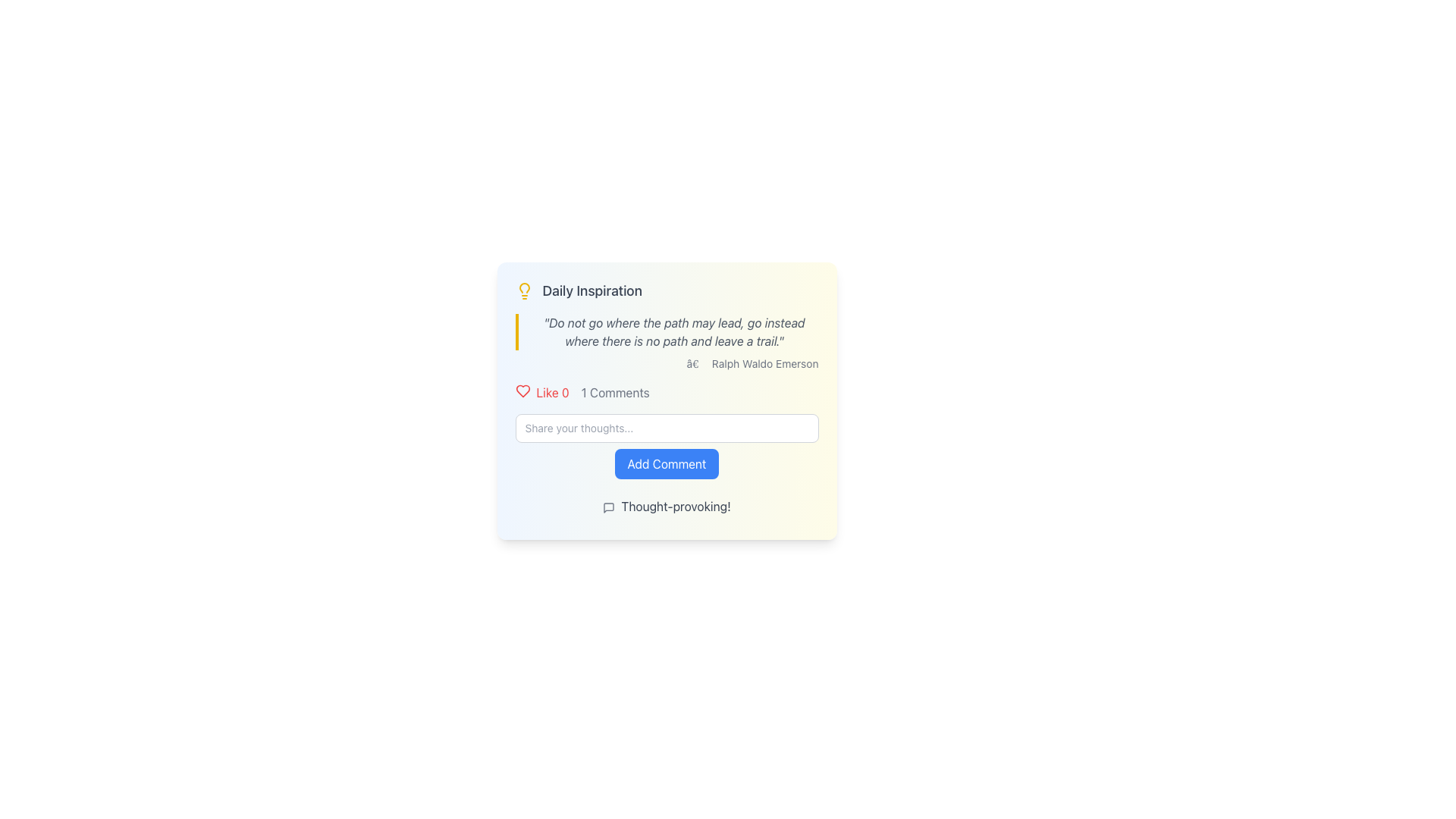 This screenshot has width=1456, height=819. I want to click on the upper part of the lightbulb icon representing the filament area, located to the left of the title 'Daily Inspiration' in a UI card, so click(524, 288).